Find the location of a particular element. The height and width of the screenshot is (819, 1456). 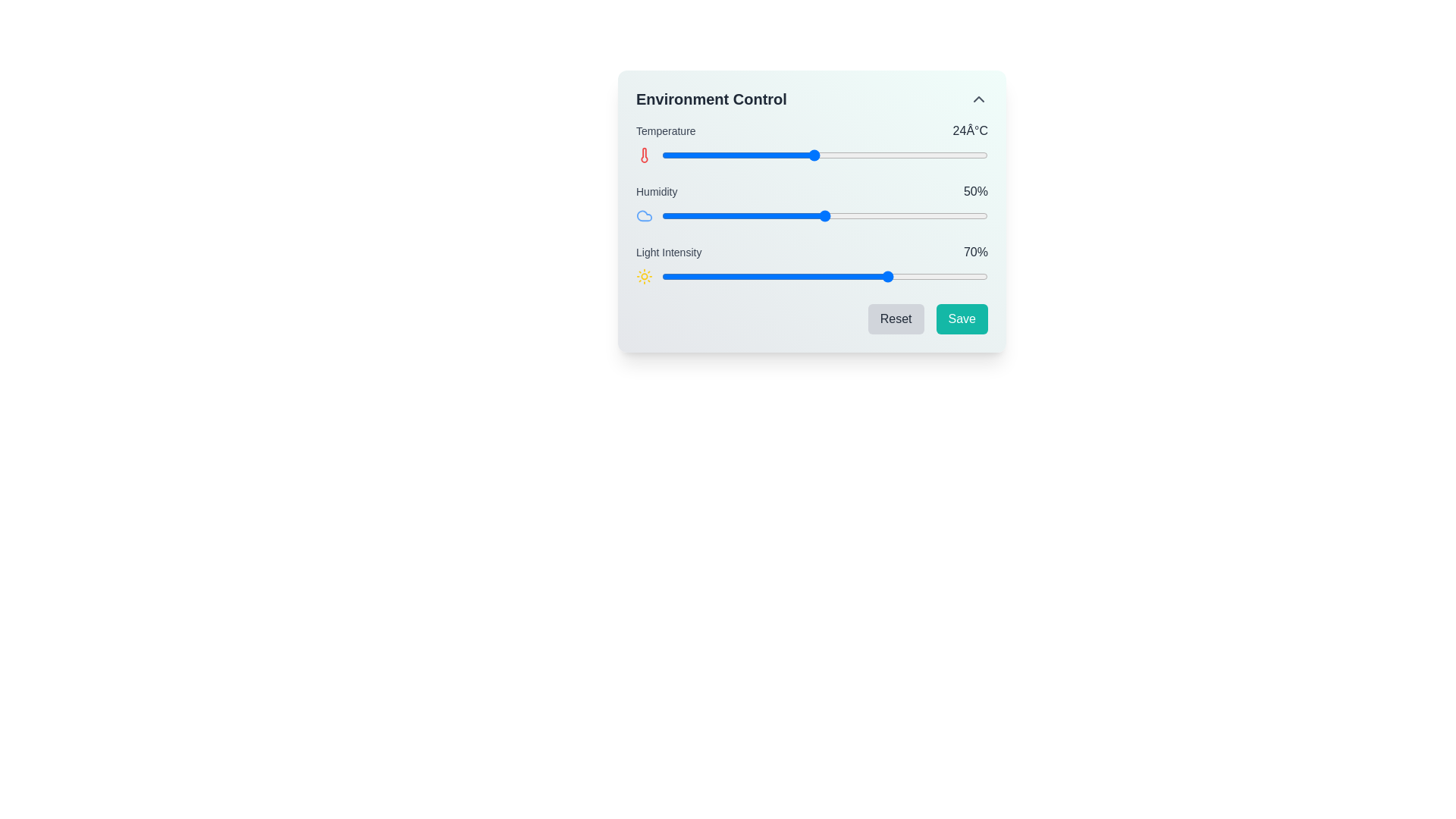

light intensity is located at coordinates (821, 277).